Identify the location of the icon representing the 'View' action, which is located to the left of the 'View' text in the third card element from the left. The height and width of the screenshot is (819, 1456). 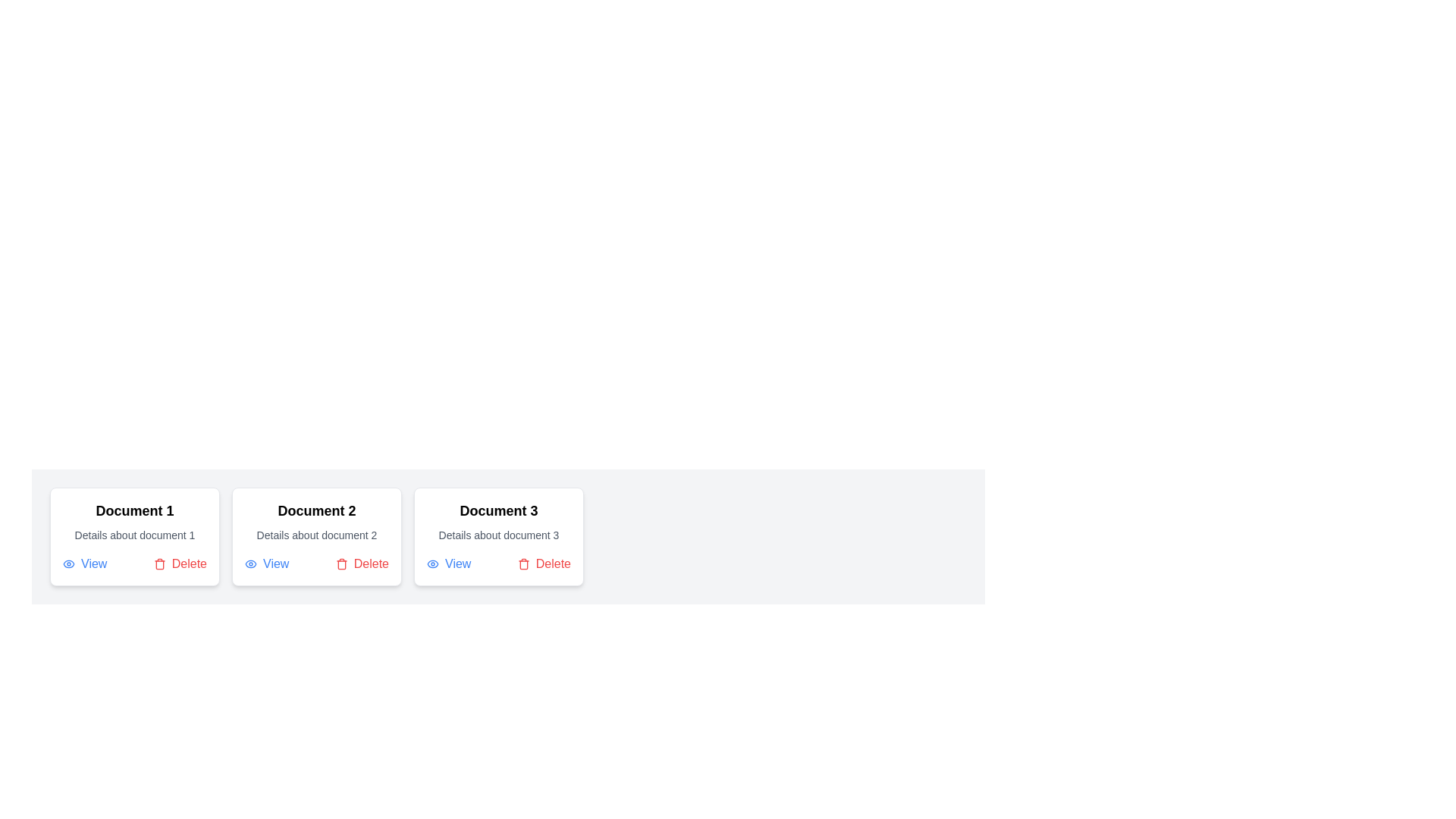
(432, 564).